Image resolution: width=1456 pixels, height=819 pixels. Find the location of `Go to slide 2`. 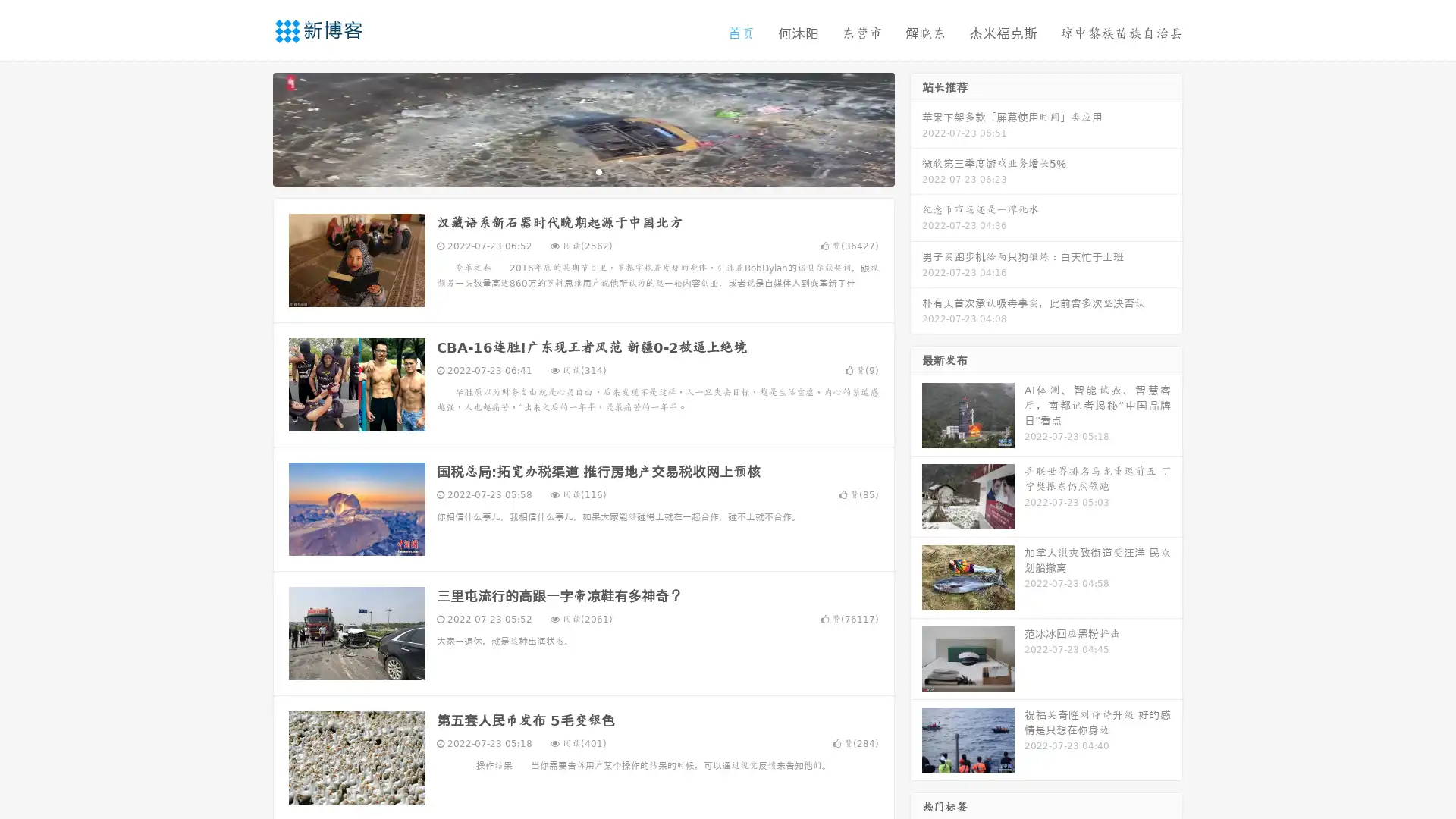

Go to slide 2 is located at coordinates (582, 171).